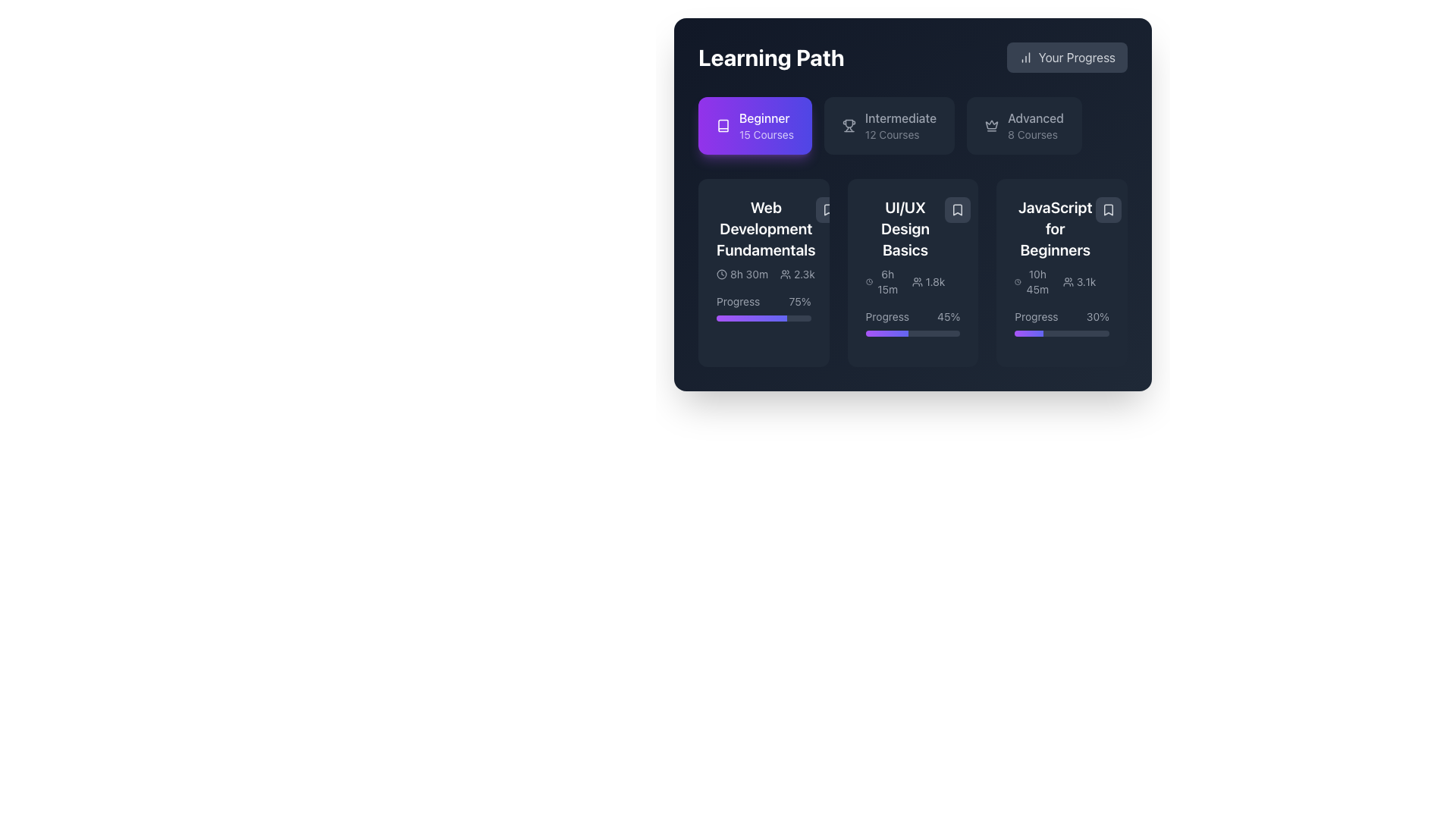  Describe the element at coordinates (723, 124) in the screenshot. I see `the 'Beginner' category icon located at the top left corner of the category card, which visually represents the 'Beginner' category` at that location.